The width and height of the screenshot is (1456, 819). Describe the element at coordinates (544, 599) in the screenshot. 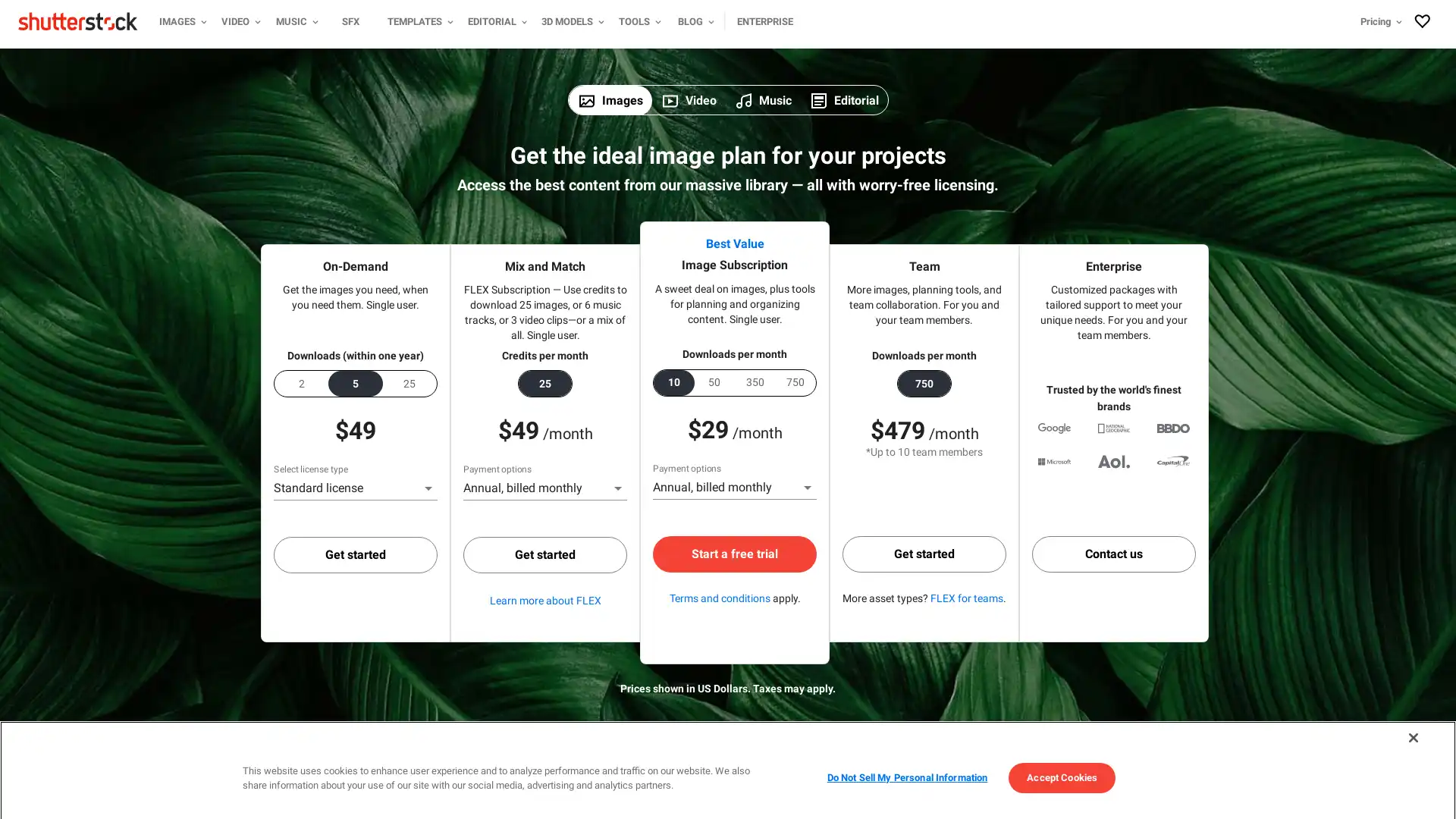

I see `Learn more about FLEX` at that location.